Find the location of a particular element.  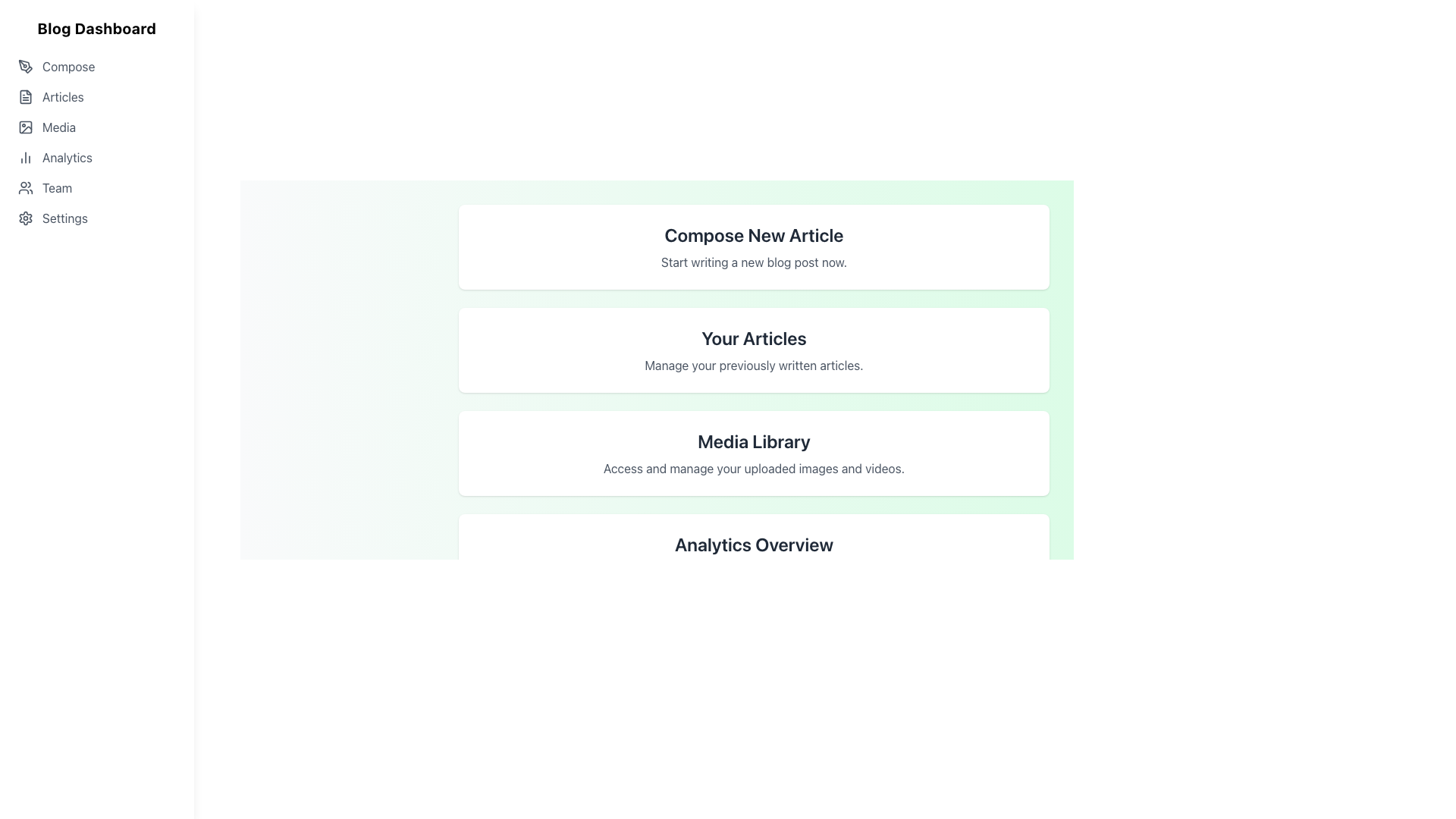

the third card in the vertical sequence is located at coordinates (754, 452).